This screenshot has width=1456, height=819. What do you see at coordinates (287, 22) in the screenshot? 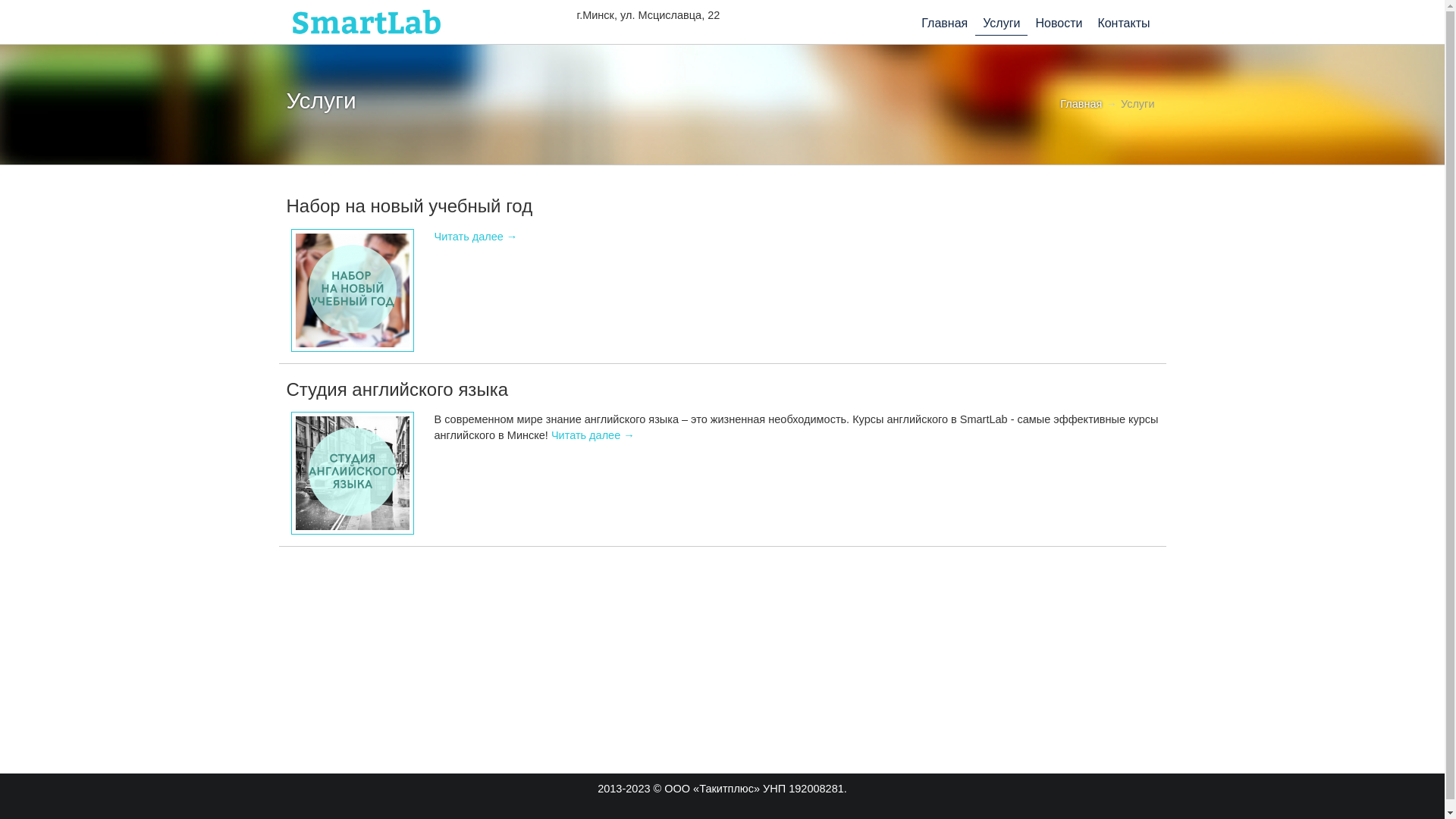
I see `'centernewton.by'` at bounding box center [287, 22].